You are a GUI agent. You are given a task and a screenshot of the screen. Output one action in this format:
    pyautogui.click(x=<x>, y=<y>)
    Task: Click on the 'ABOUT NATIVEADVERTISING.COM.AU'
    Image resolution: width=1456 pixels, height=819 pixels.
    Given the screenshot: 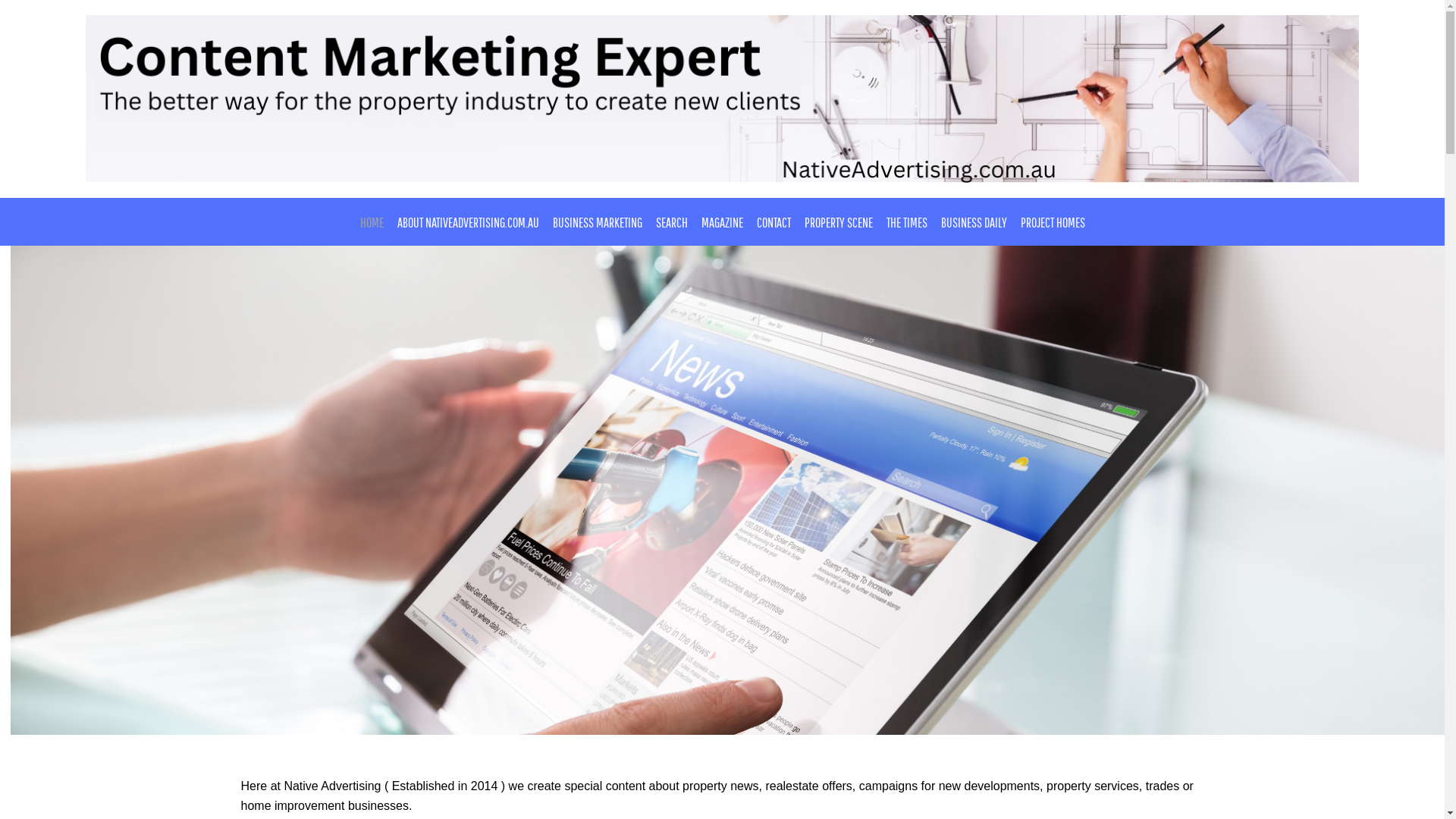 What is the action you would take?
    pyautogui.click(x=466, y=222)
    